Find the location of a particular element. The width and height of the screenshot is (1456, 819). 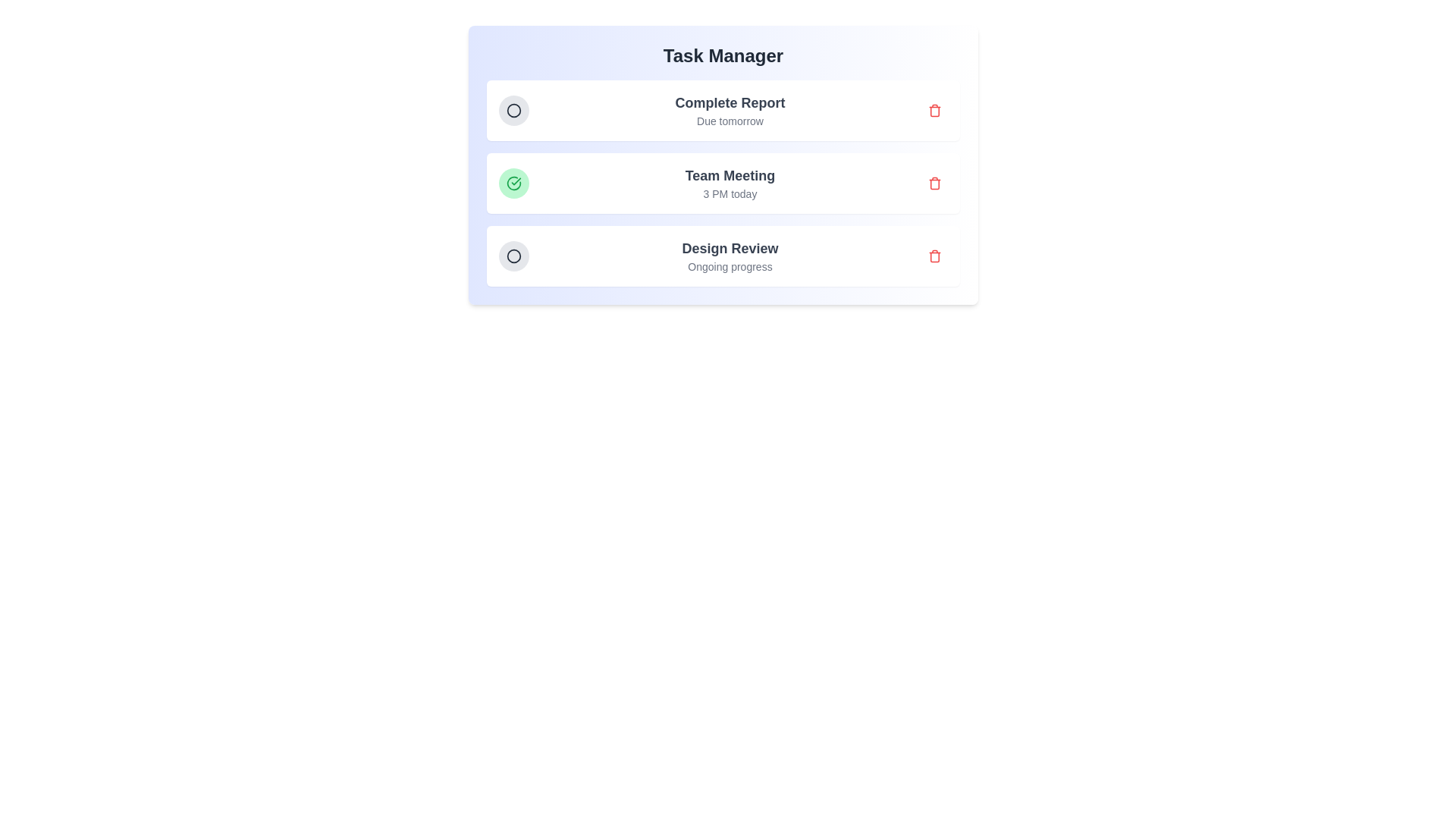

the text block titled 'Design Review' with the subtitle 'Ongoing progress' in the task manager is located at coordinates (730, 256).